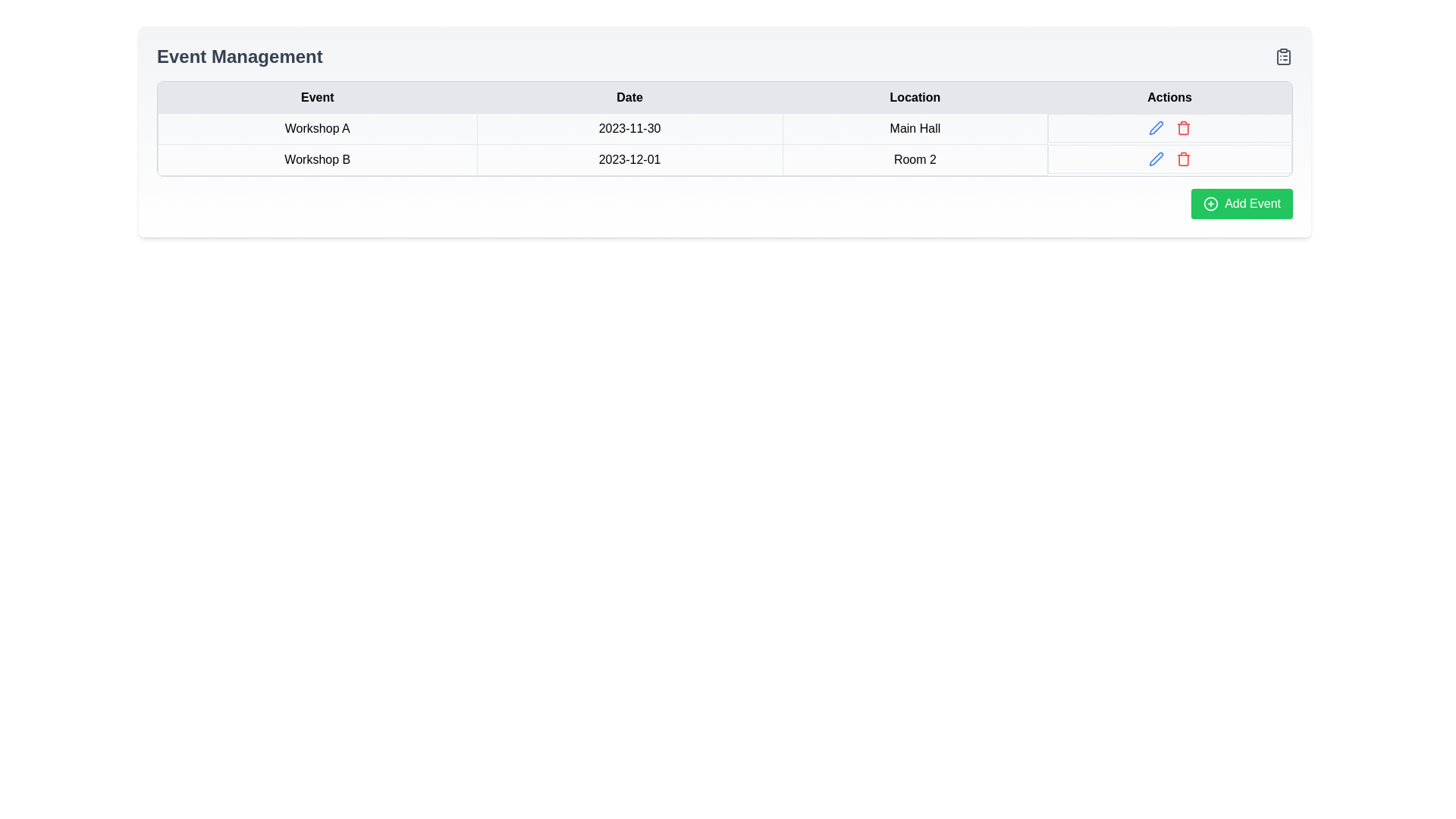 The image size is (1456, 819). I want to click on the table header cell labeled 'Event', which is the first header in a row of a table with a light gray background, so click(316, 97).